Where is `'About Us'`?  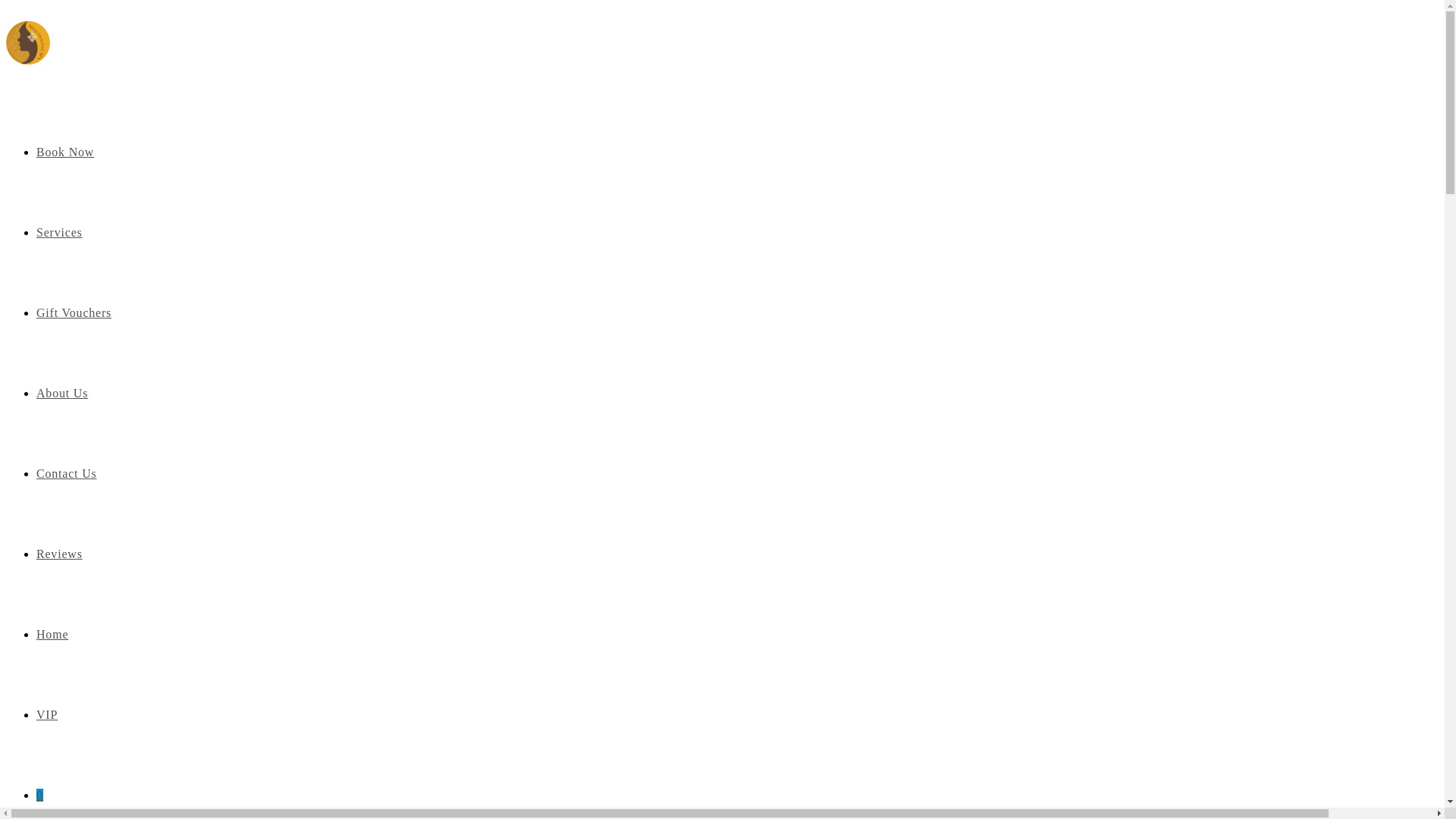
'About Us' is located at coordinates (61, 392).